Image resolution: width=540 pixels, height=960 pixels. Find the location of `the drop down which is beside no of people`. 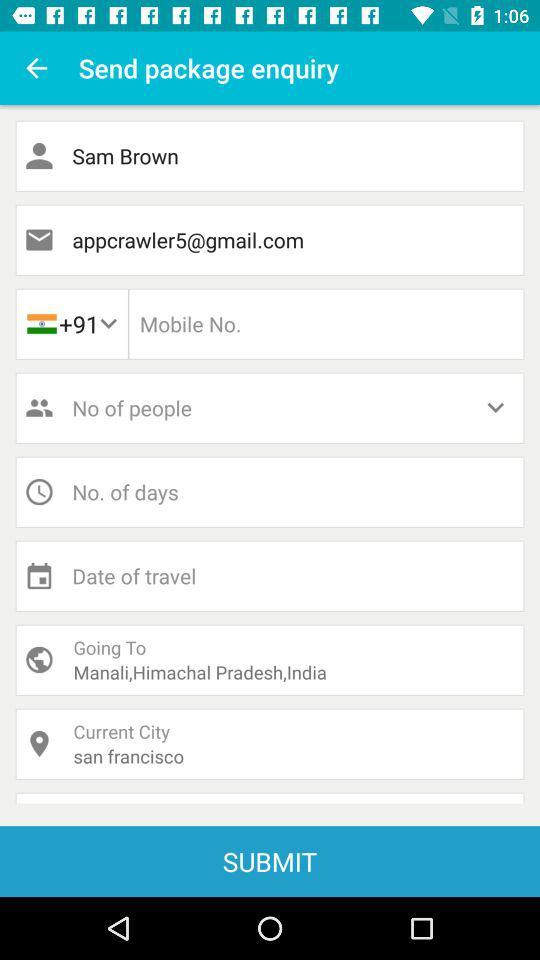

the drop down which is beside no of people is located at coordinates (504, 407).